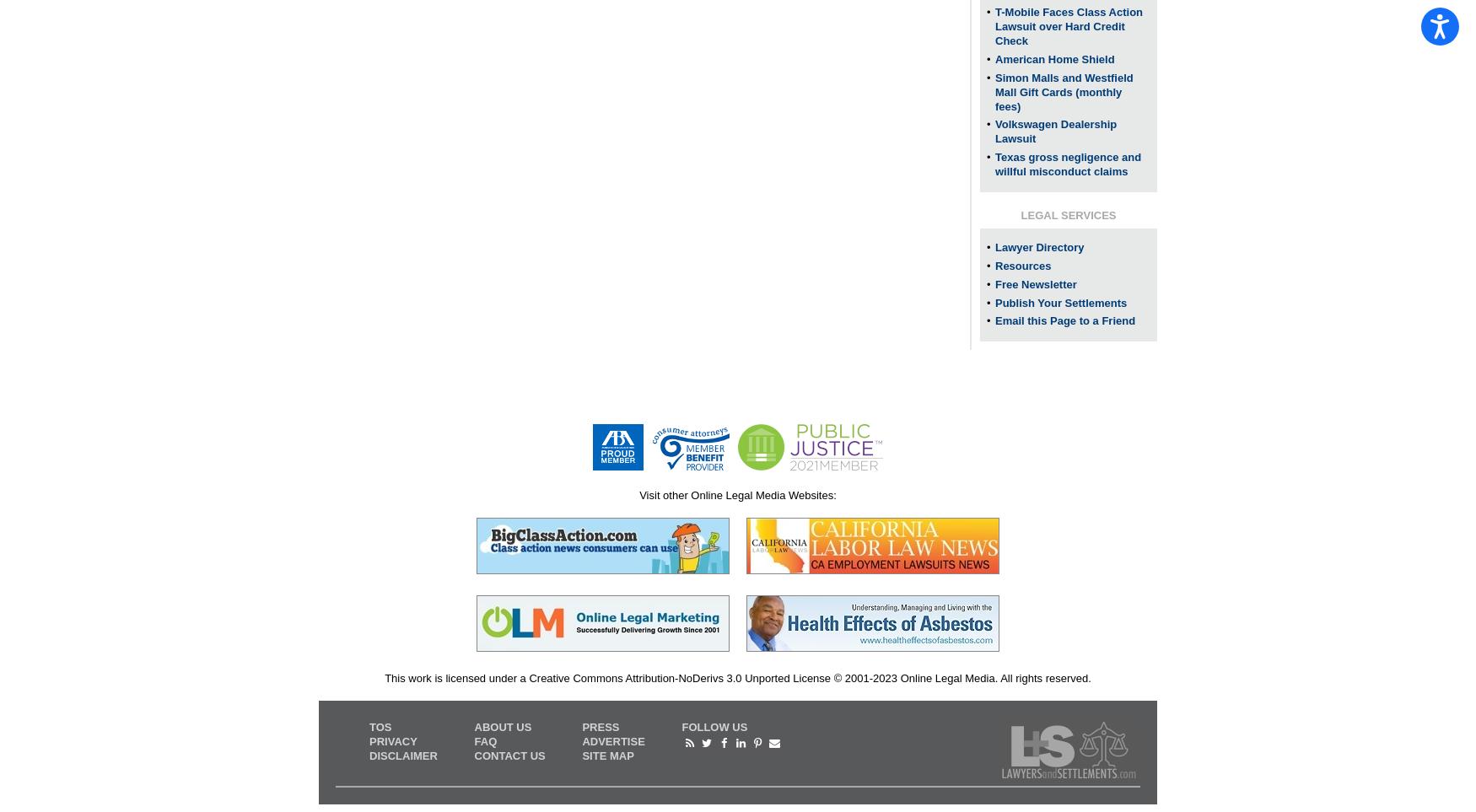  What do you see at coordinates (1022, 265) in the screenshot?
I see `'Resources'` at bounding box center [1022, 265].